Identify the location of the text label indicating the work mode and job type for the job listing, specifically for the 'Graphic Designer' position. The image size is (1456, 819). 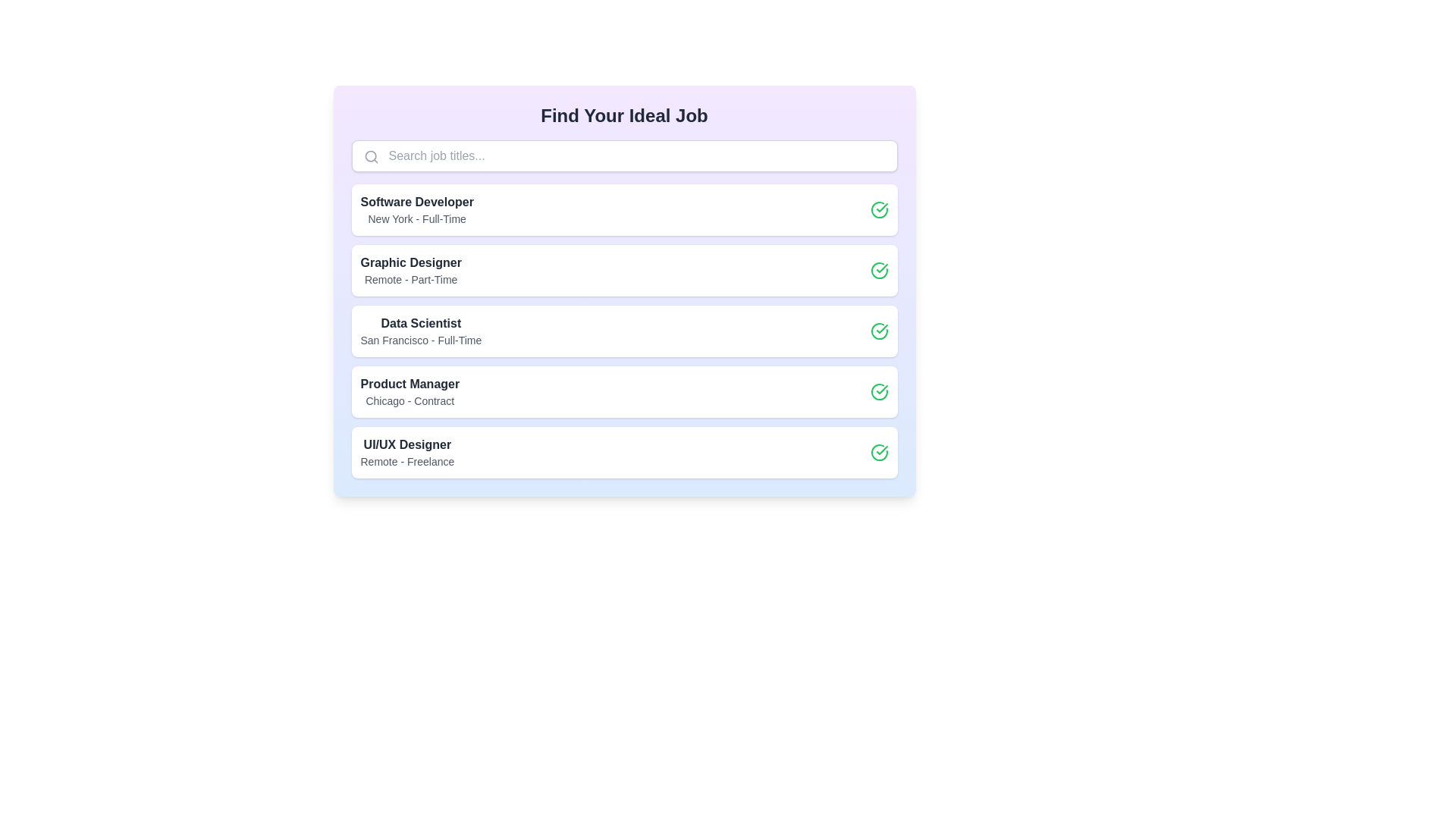
(411, 280).